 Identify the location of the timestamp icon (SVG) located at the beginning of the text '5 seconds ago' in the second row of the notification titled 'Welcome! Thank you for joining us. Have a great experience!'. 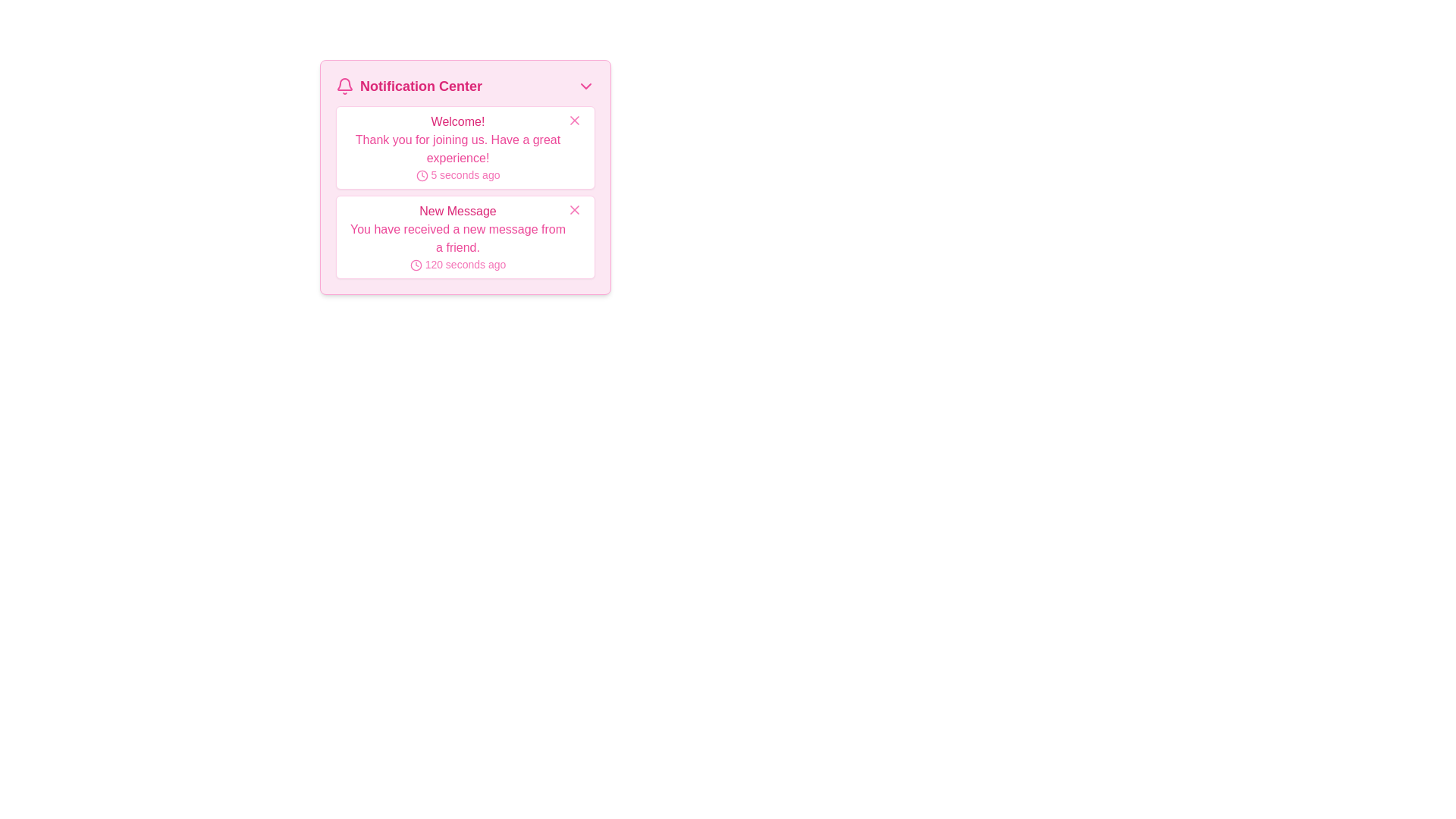
(422, 175).